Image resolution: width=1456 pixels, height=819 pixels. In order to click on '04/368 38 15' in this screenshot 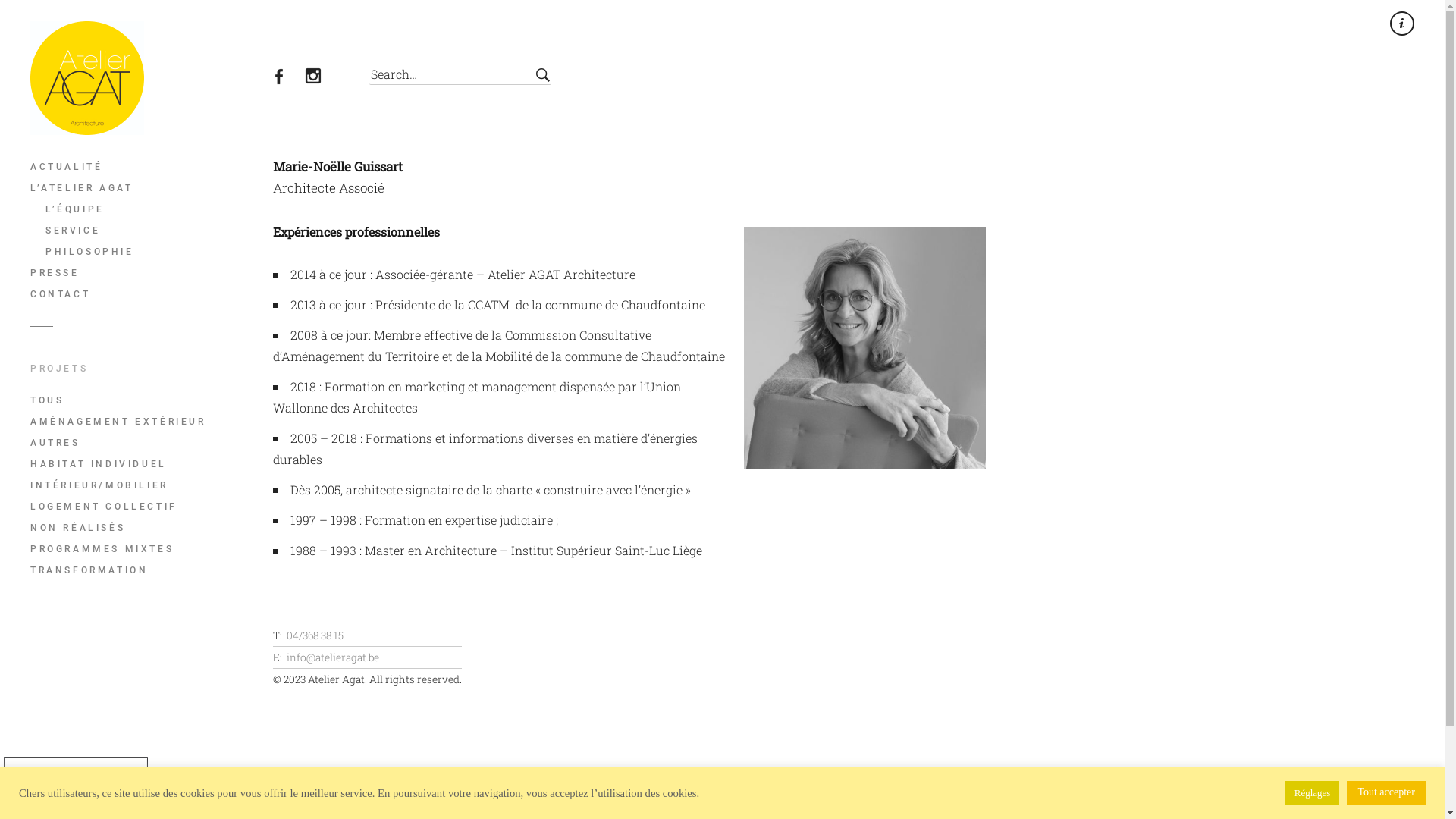, I will do `click(314, 635)`.